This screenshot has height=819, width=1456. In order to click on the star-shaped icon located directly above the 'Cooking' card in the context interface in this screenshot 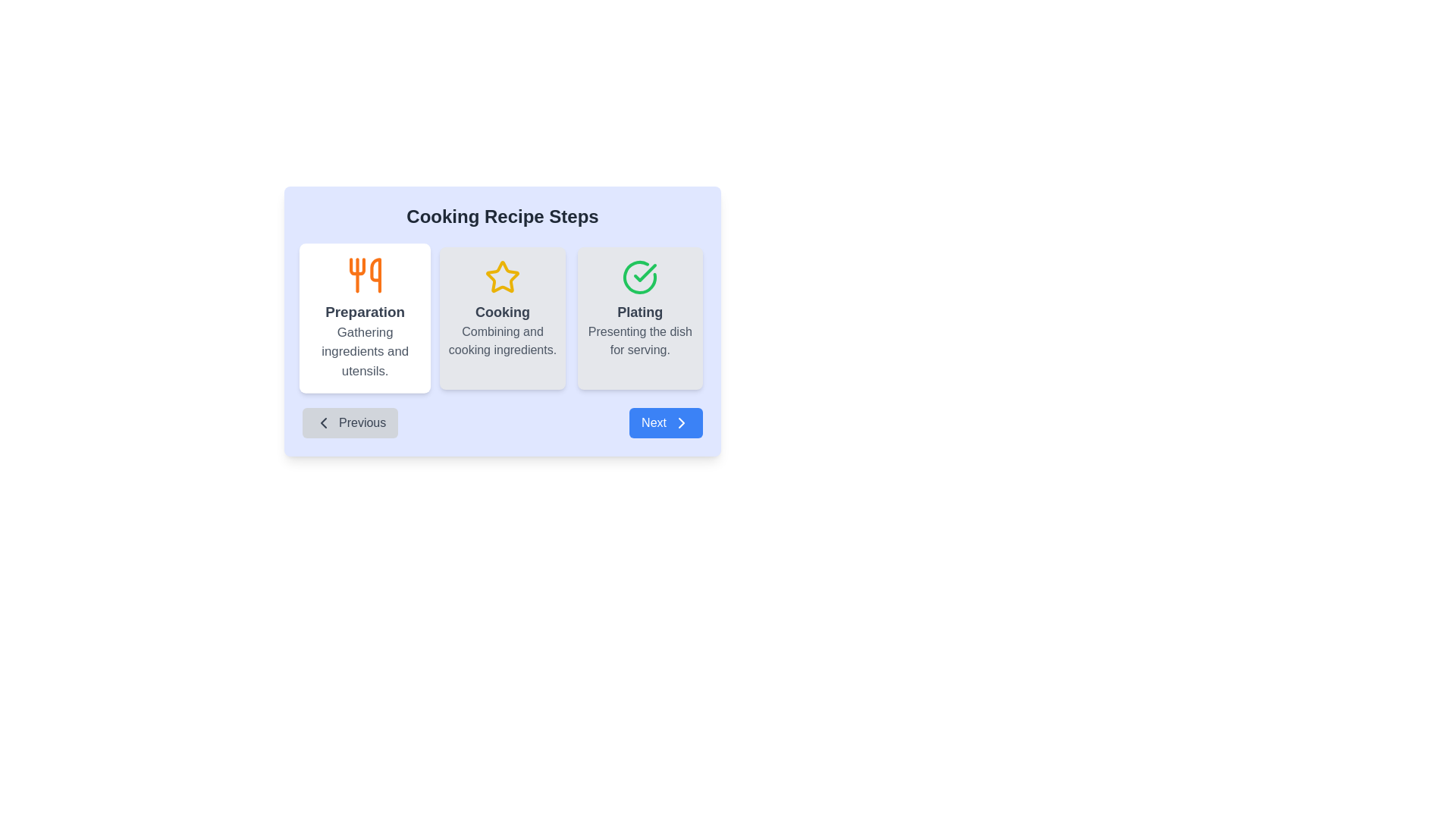, I will do `click(502, 277)`.